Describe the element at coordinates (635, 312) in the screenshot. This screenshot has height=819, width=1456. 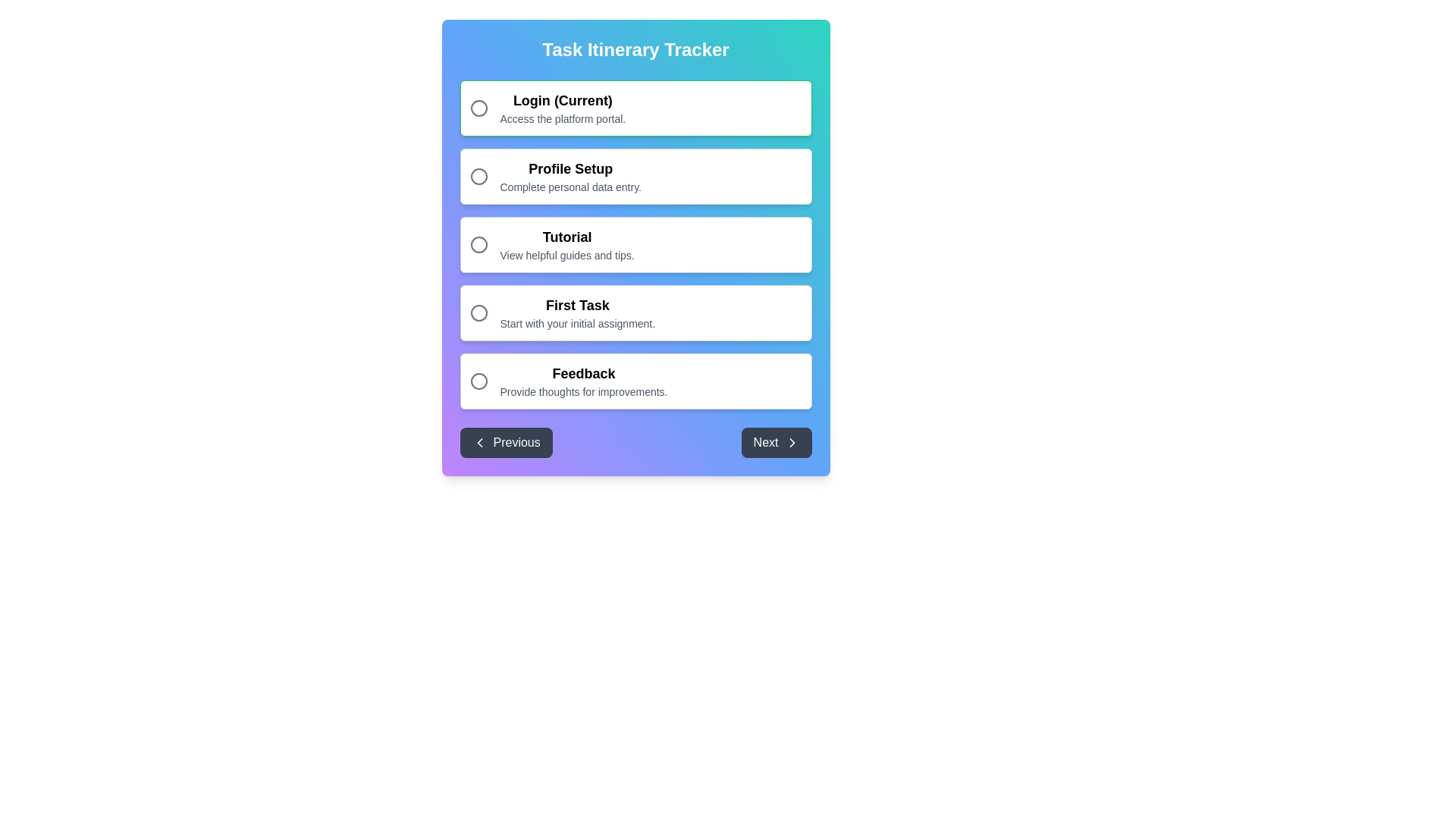
I see `the informational card with the bold text 'First Task' and the subtext 'Start with your initial assignment.', which is the fourth card in the 'Task Itinerary Tracker'` at that location.